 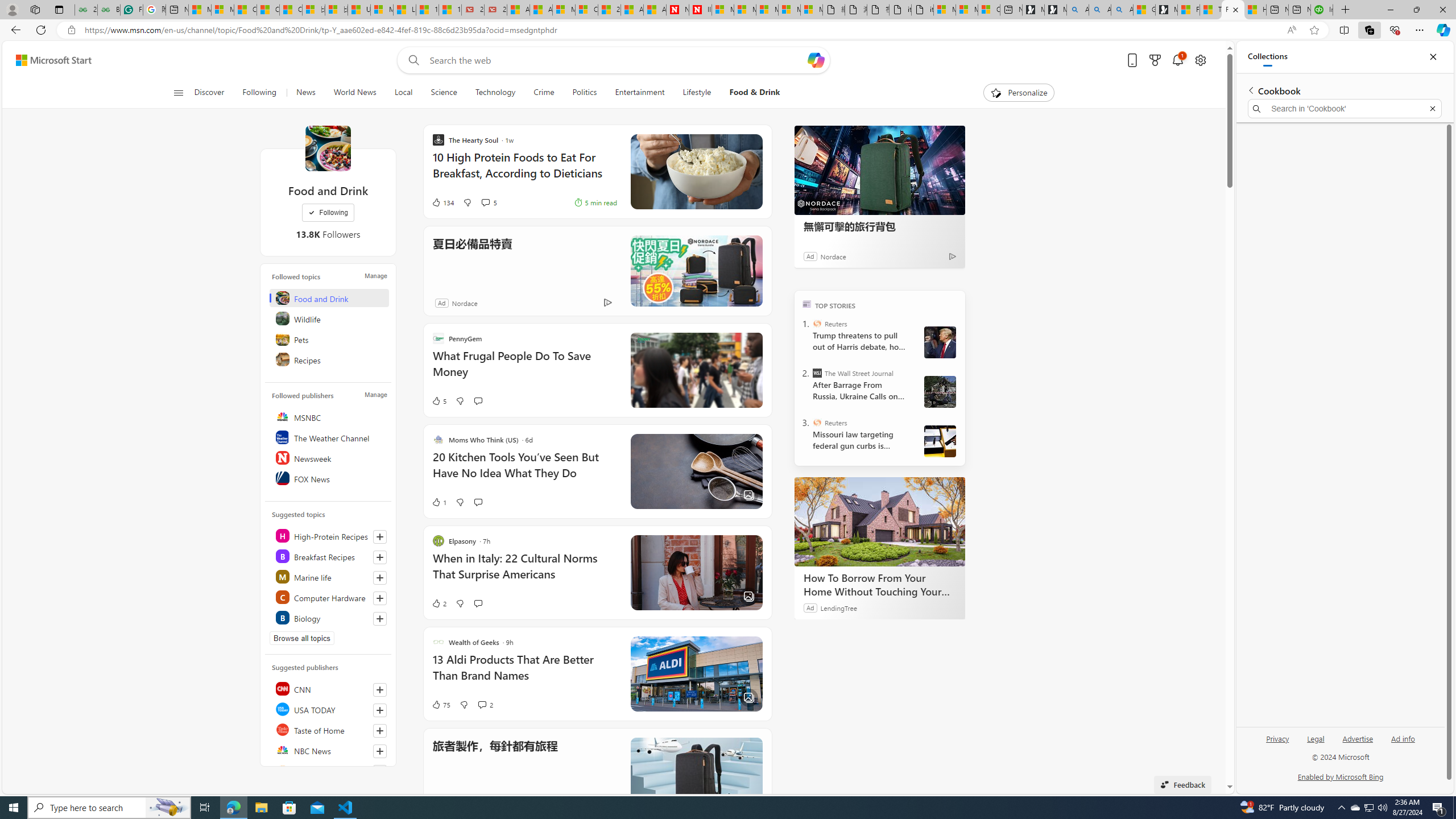 What do you see at coordinates (71, 30) in the screenshot?
I see `'View site information'` at bounding box center [71, 30].